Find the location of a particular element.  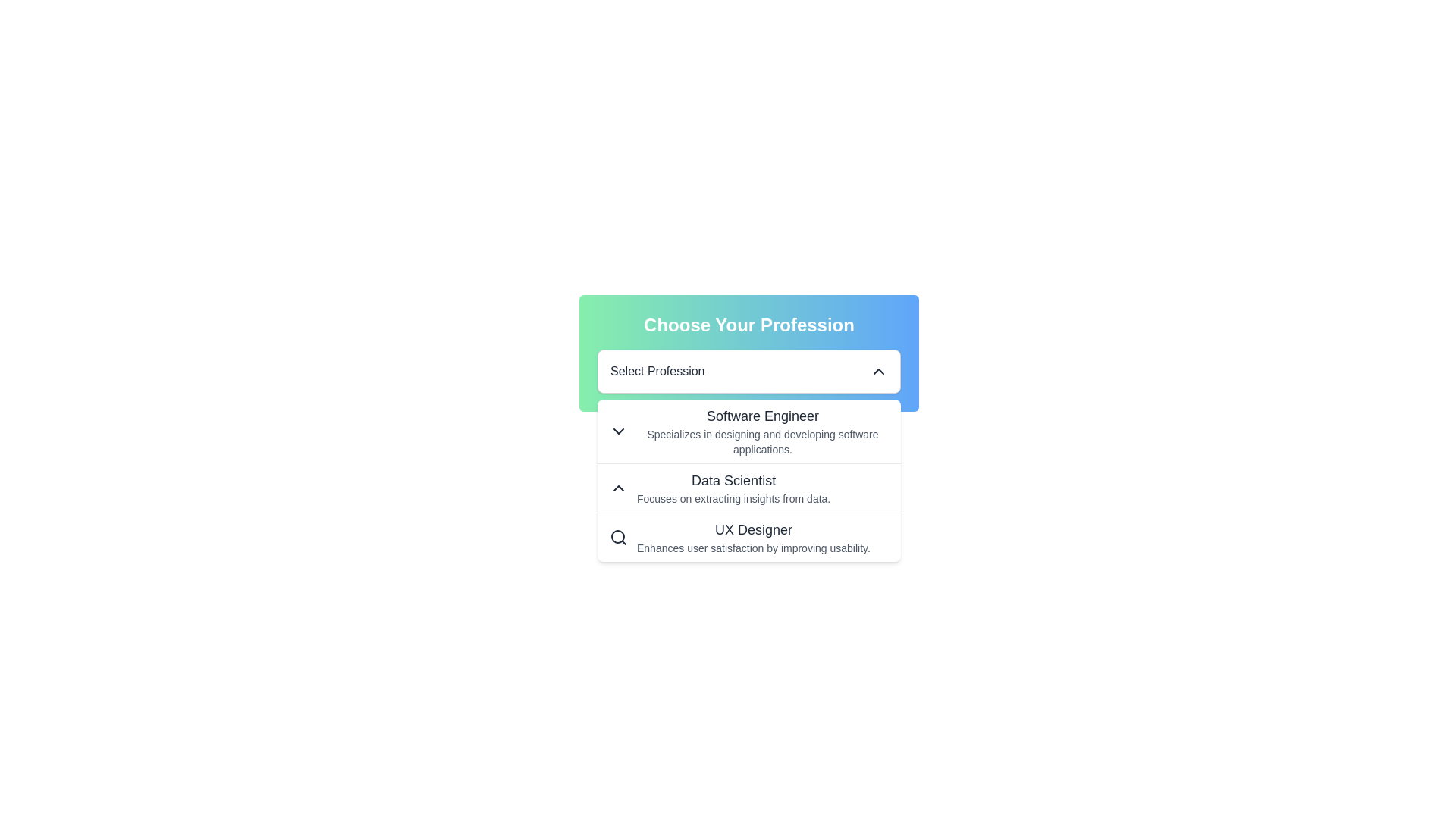

the 'Data Scientist' option in the dropdown menu is located at coordinates (733, 488).